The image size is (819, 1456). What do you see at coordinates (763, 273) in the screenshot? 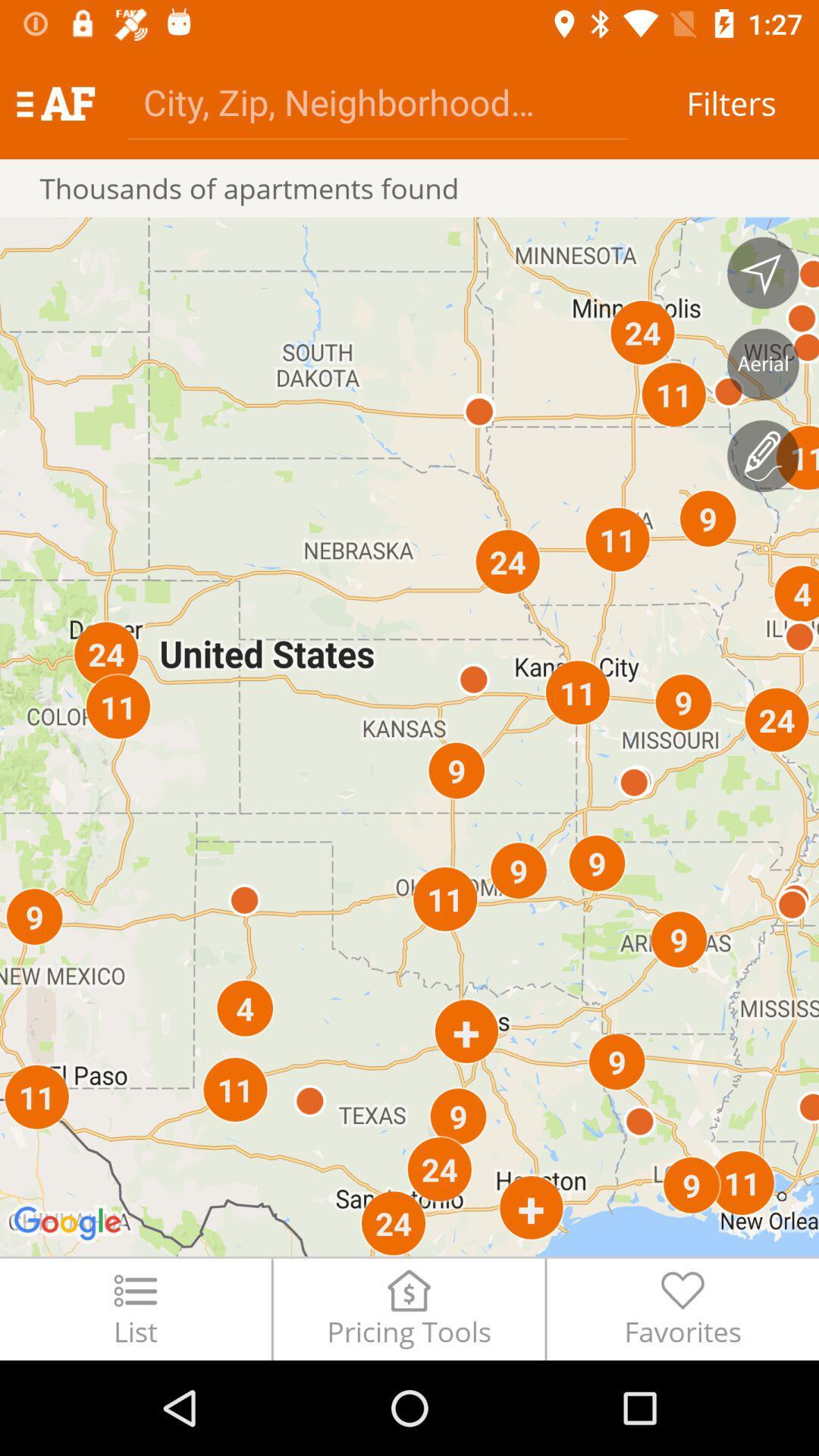
I see `the navigation icon` at bounding box center [763, 273].